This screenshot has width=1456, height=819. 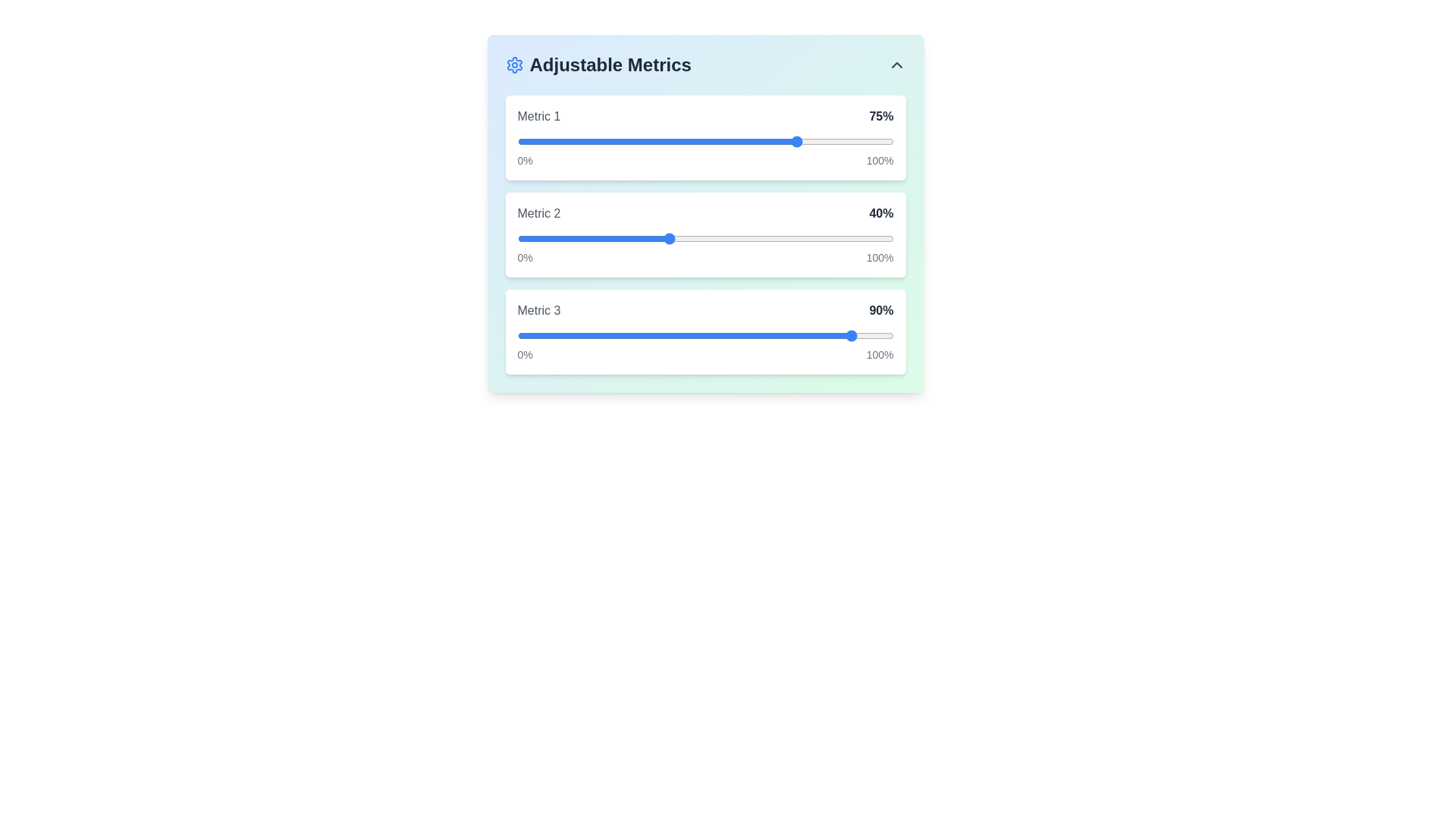 What do you see at coordinates (880, 161) in the screenshot?
I see `the static text label indicating the maximum possible value for the slider associated with 'Metric 1', located at the right end of the range indicator and adjacent to '0%'` at bounding box center [880, 161].